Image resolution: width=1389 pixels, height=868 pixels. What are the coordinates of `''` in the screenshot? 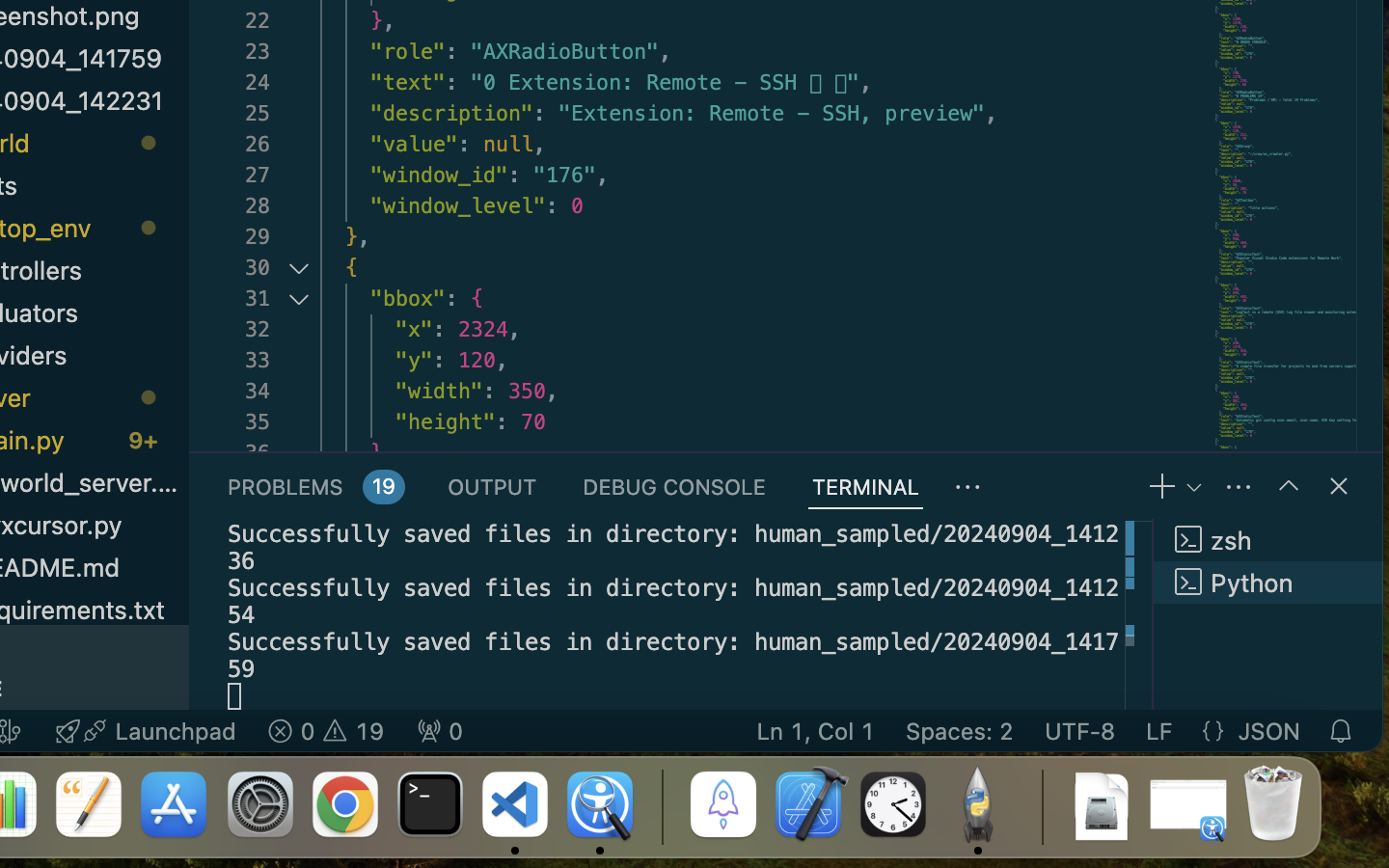 It's located at (1339, 485).